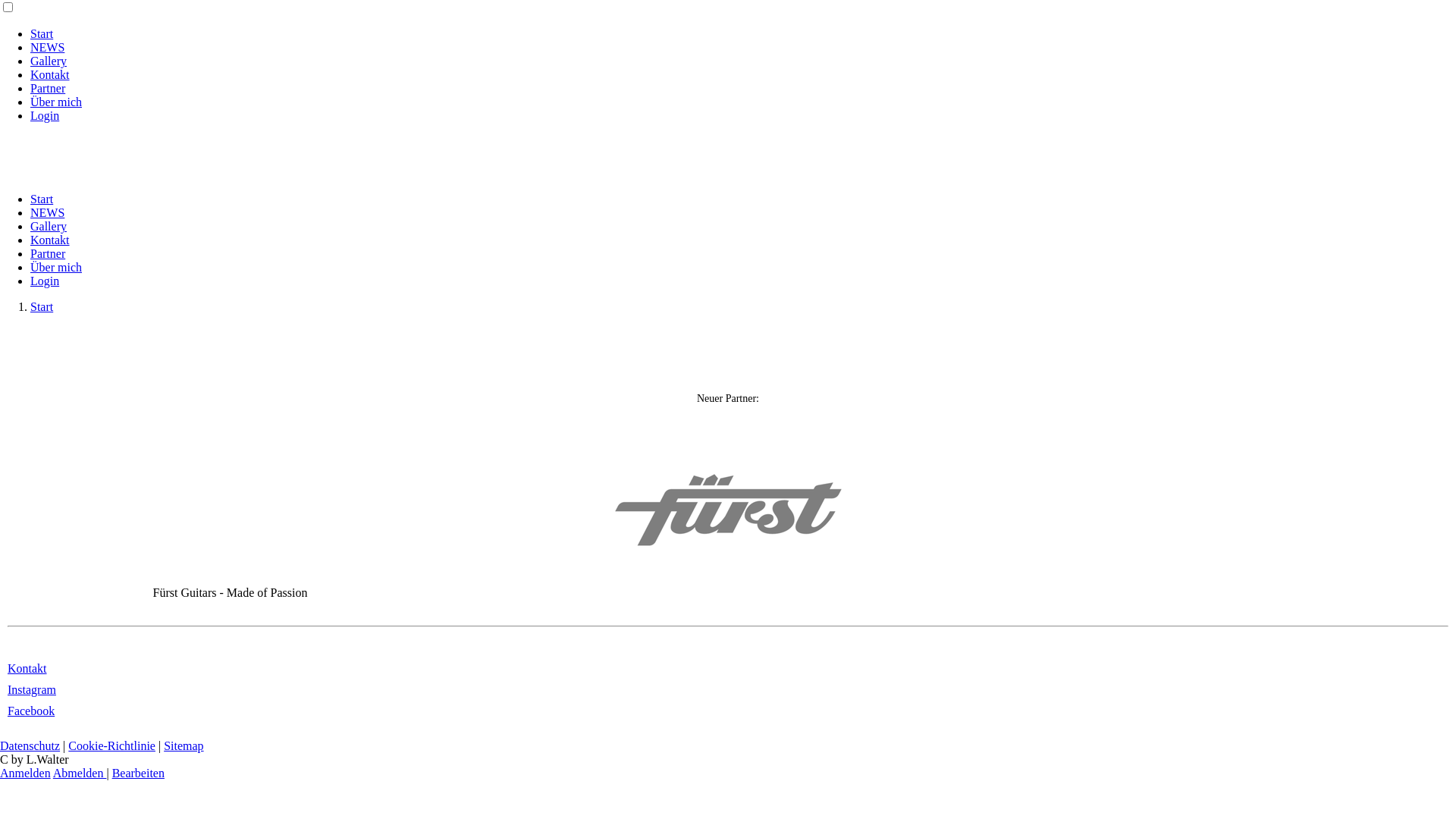 The image size is (1456, 819). I want to click on 'Sitemap', so click(182, 745).